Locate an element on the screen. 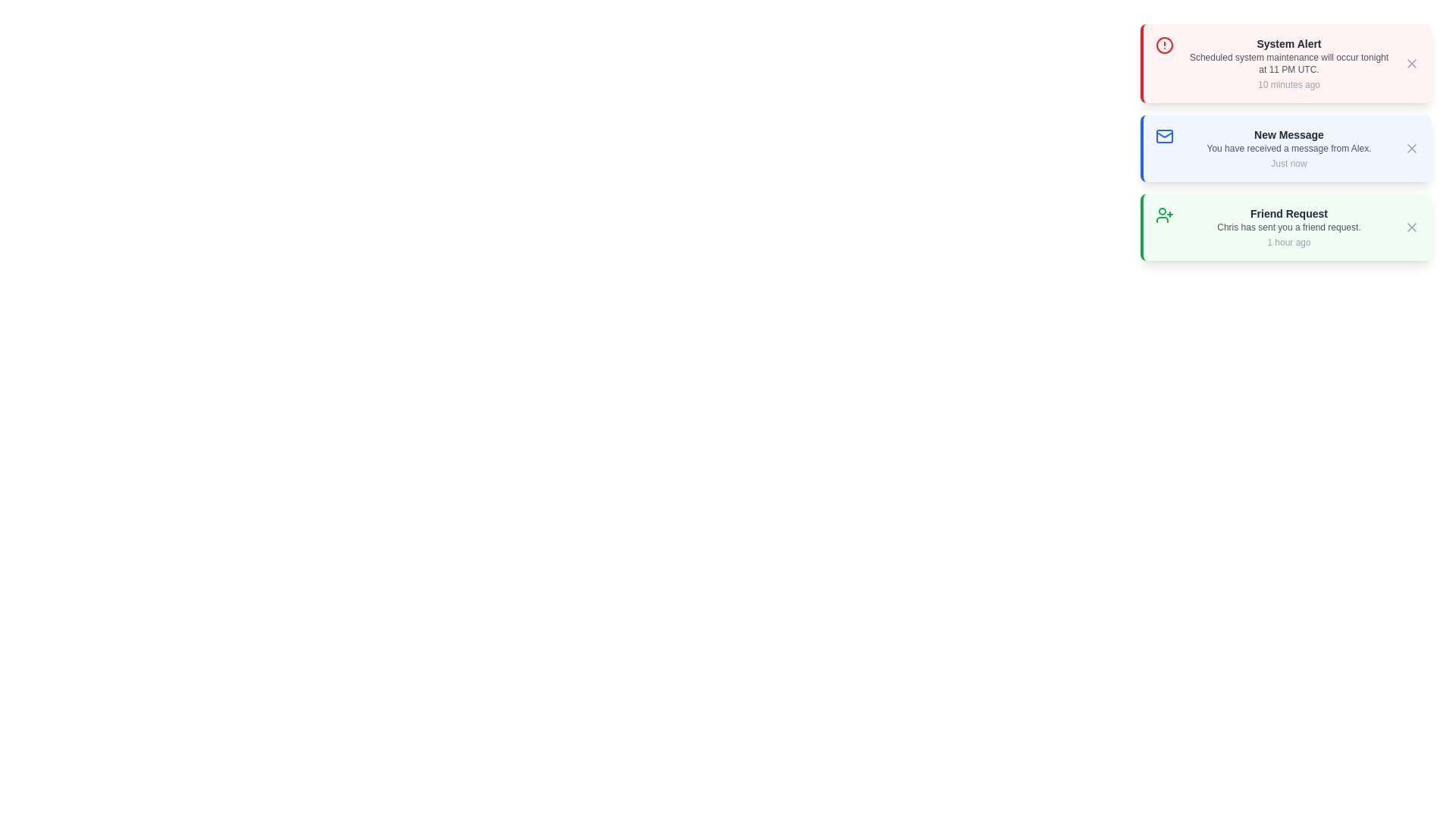 The height and width of the screenshot is (819, 1456). the second notification in the top-right corner of the view is located at coordinates (1285, 149).